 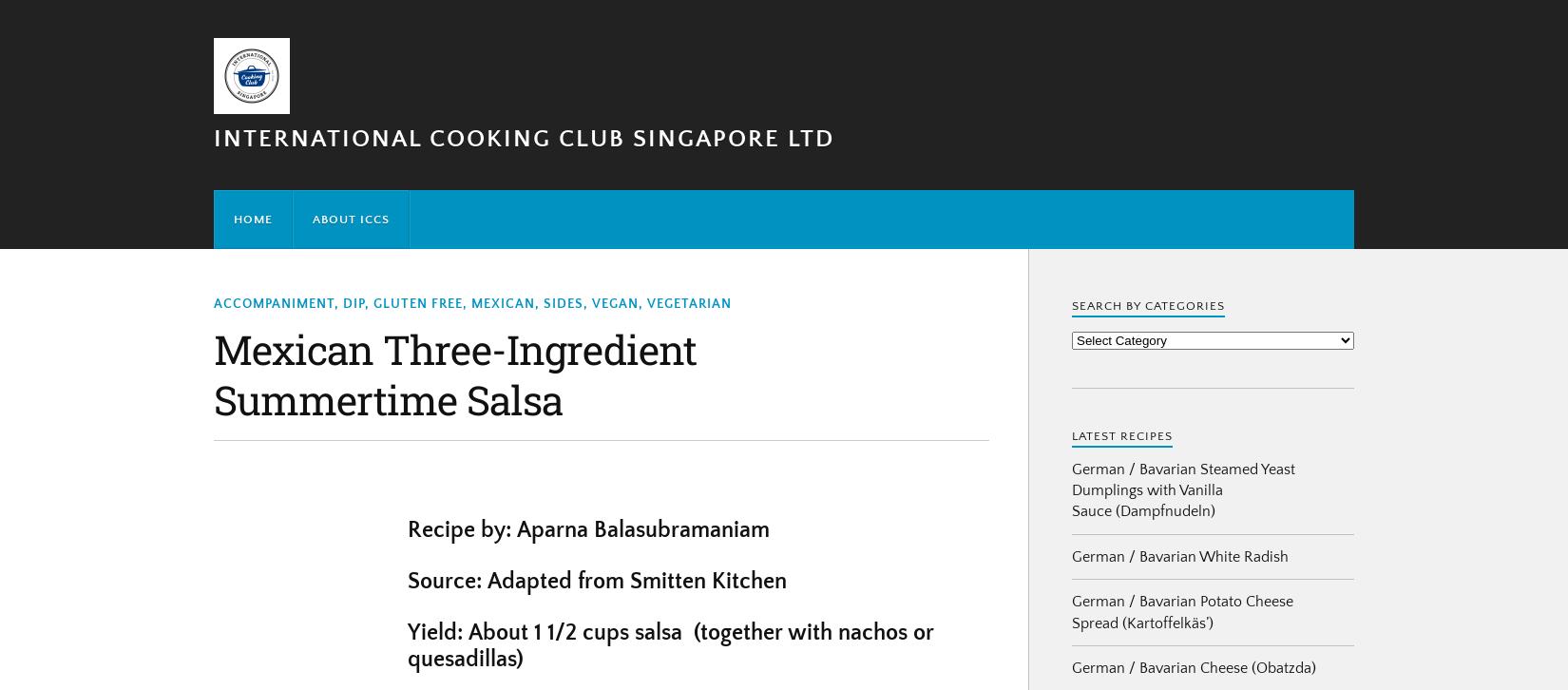 I want to click on 'Mexican', so click(x=502, y=302).